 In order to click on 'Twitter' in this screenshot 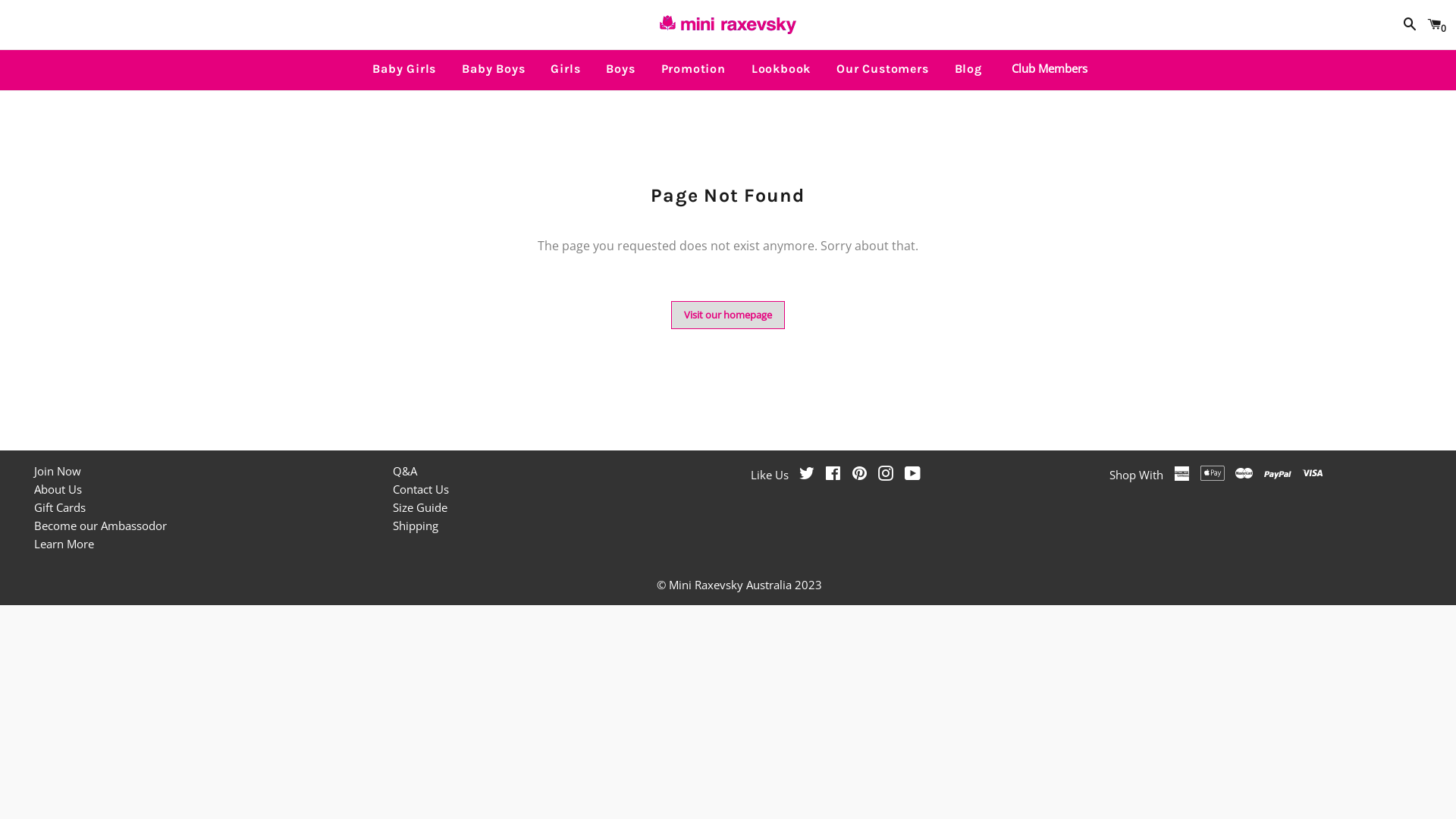, I will do `click(806, 473)`.